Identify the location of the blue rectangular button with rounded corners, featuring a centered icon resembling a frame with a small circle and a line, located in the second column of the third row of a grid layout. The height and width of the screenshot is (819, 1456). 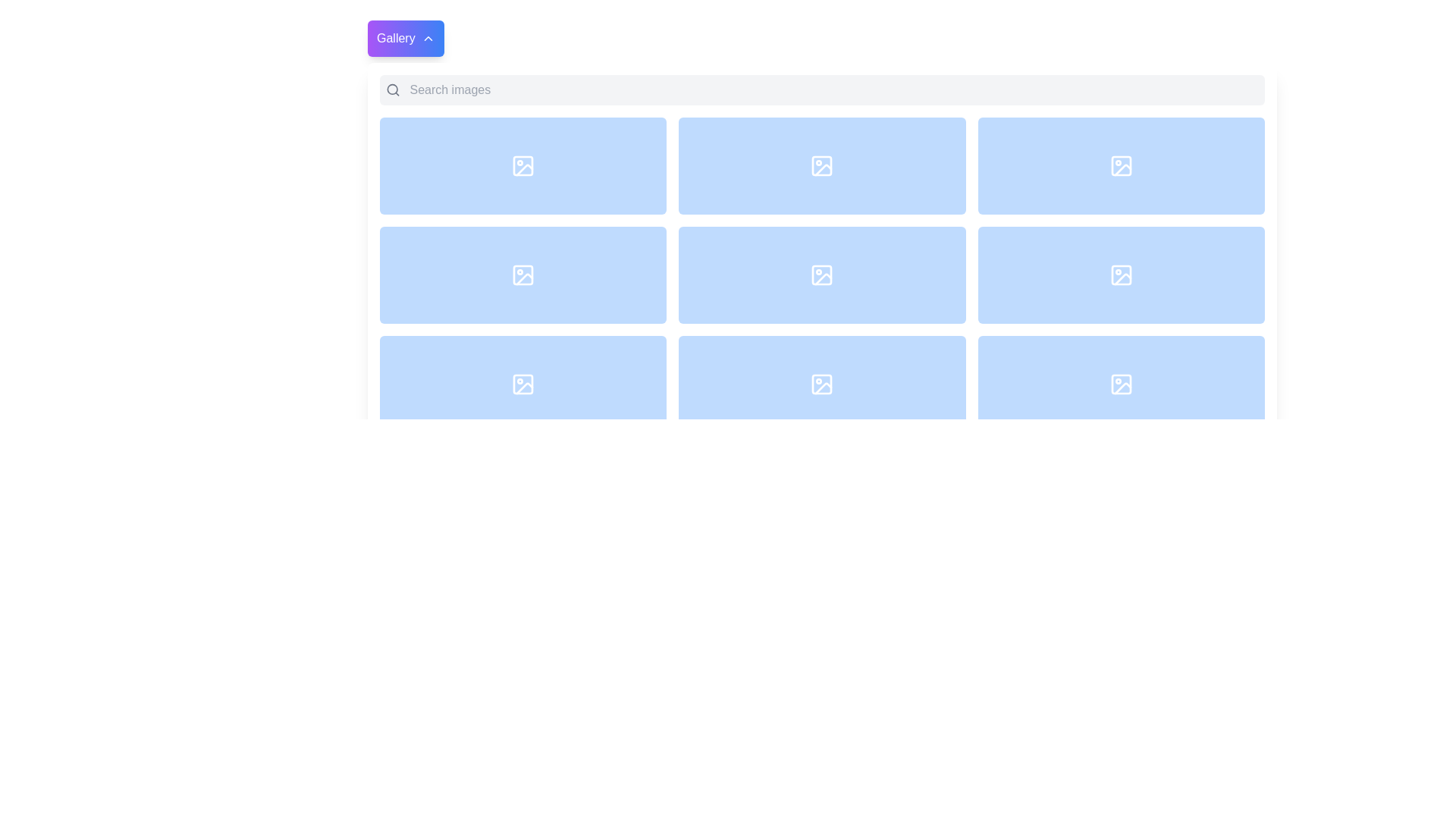
(821, 383).